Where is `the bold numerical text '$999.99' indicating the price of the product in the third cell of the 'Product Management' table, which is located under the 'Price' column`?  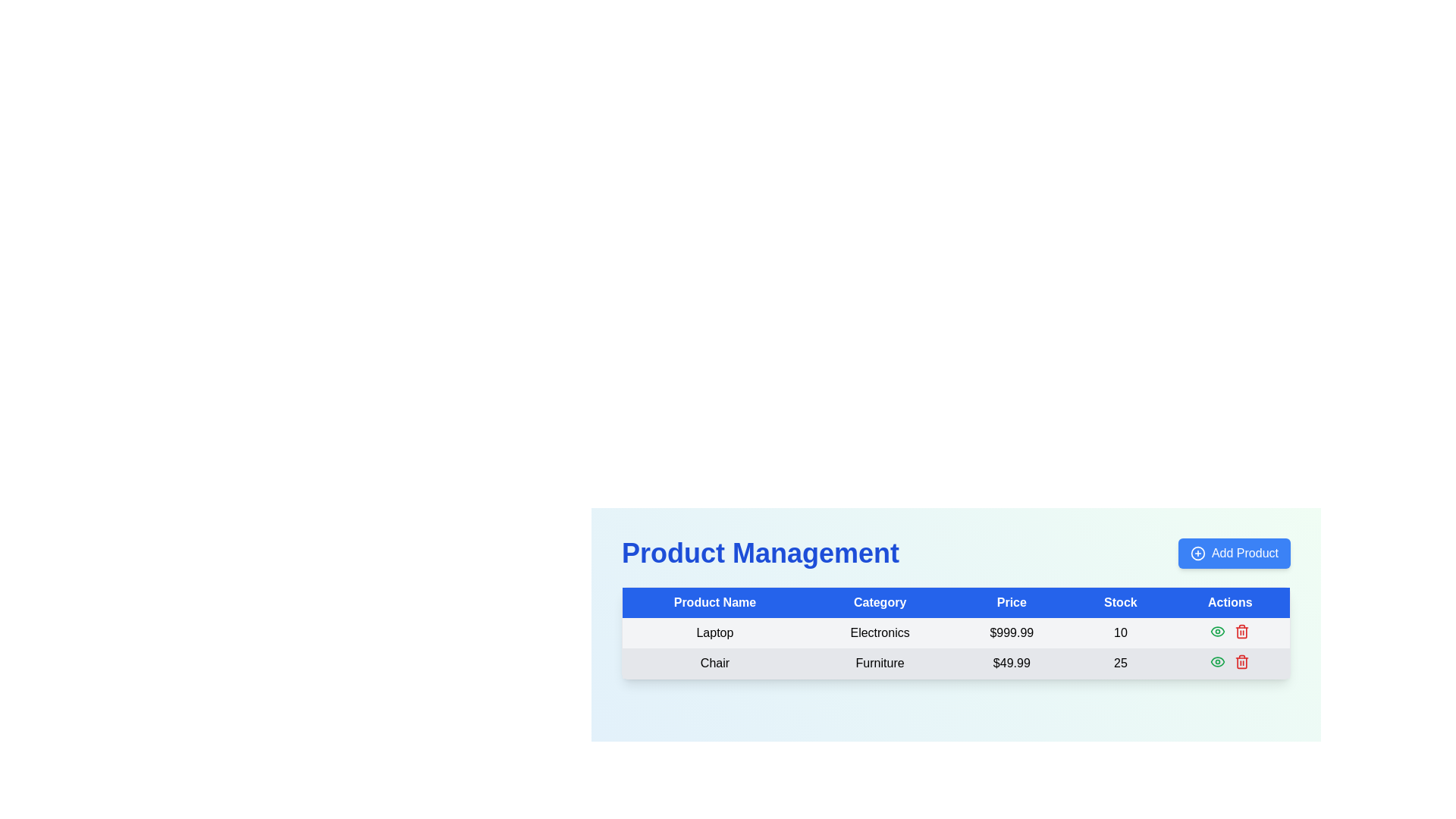
the bold numerical text '$999.99' indicating the price of the product in the third cell of the 'Product Management' table, which is located under the 'Price' column is located at coordinates (1012, 632).